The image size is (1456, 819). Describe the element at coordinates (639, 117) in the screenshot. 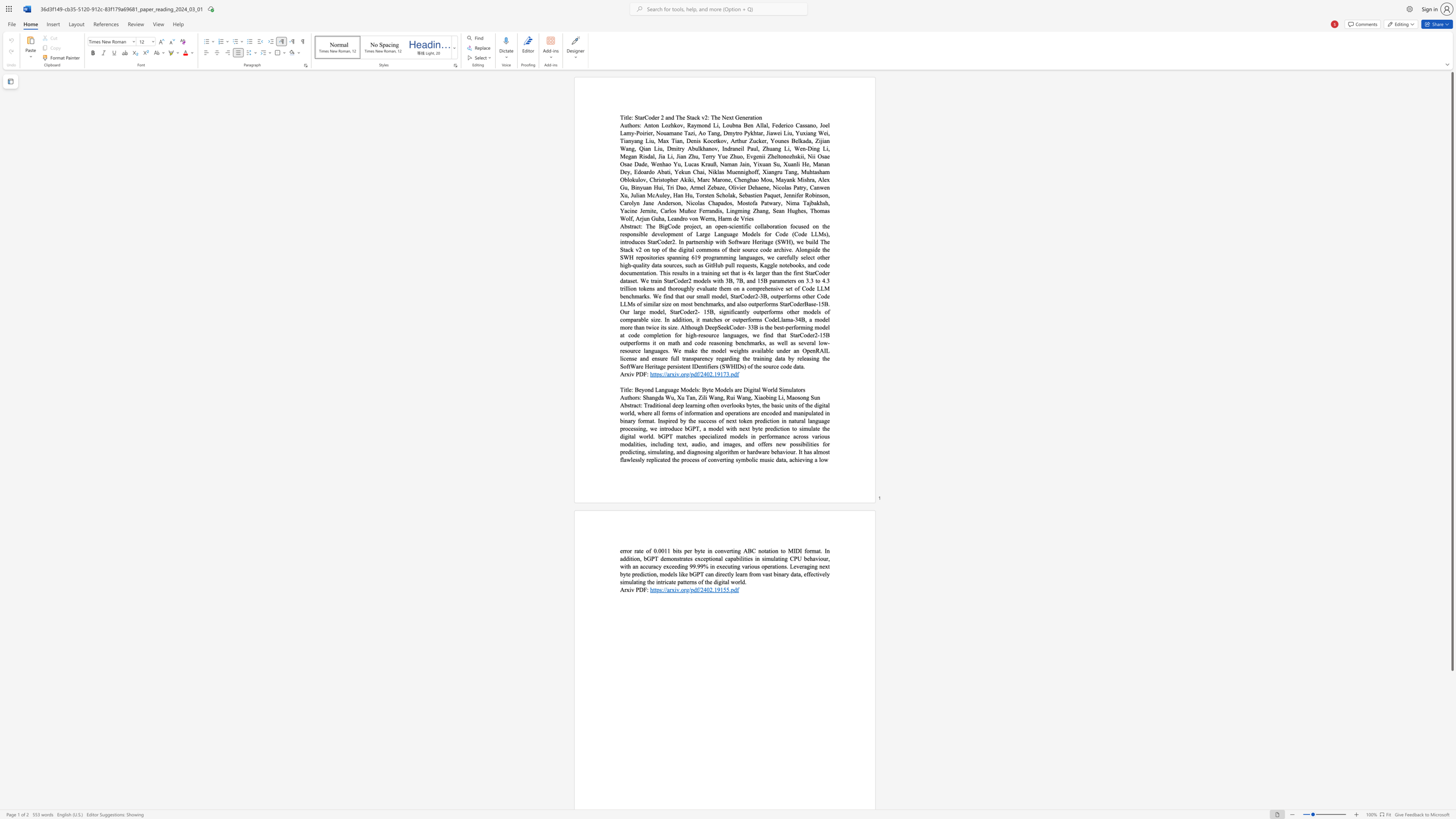

I see `the subset text "arCoder 2 and The Stack v2: Th" within the text "StarCoder 2 and The Stack v2: The Next Generation"` at that location.